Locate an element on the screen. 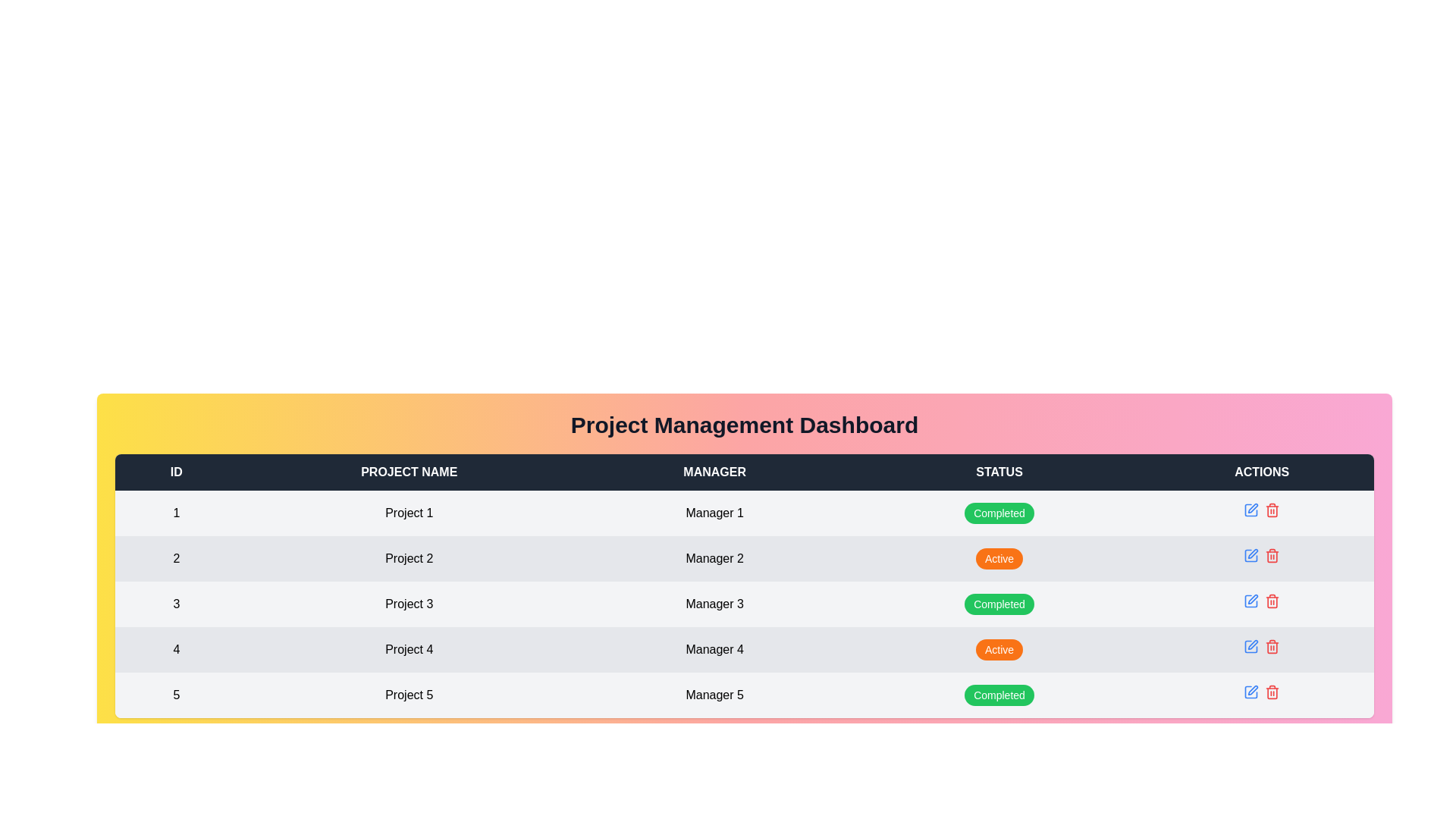  the status indicator button located in the 'STATUS' column of the fourth row of the project management dashboard table is located at coordinates (999, 648).